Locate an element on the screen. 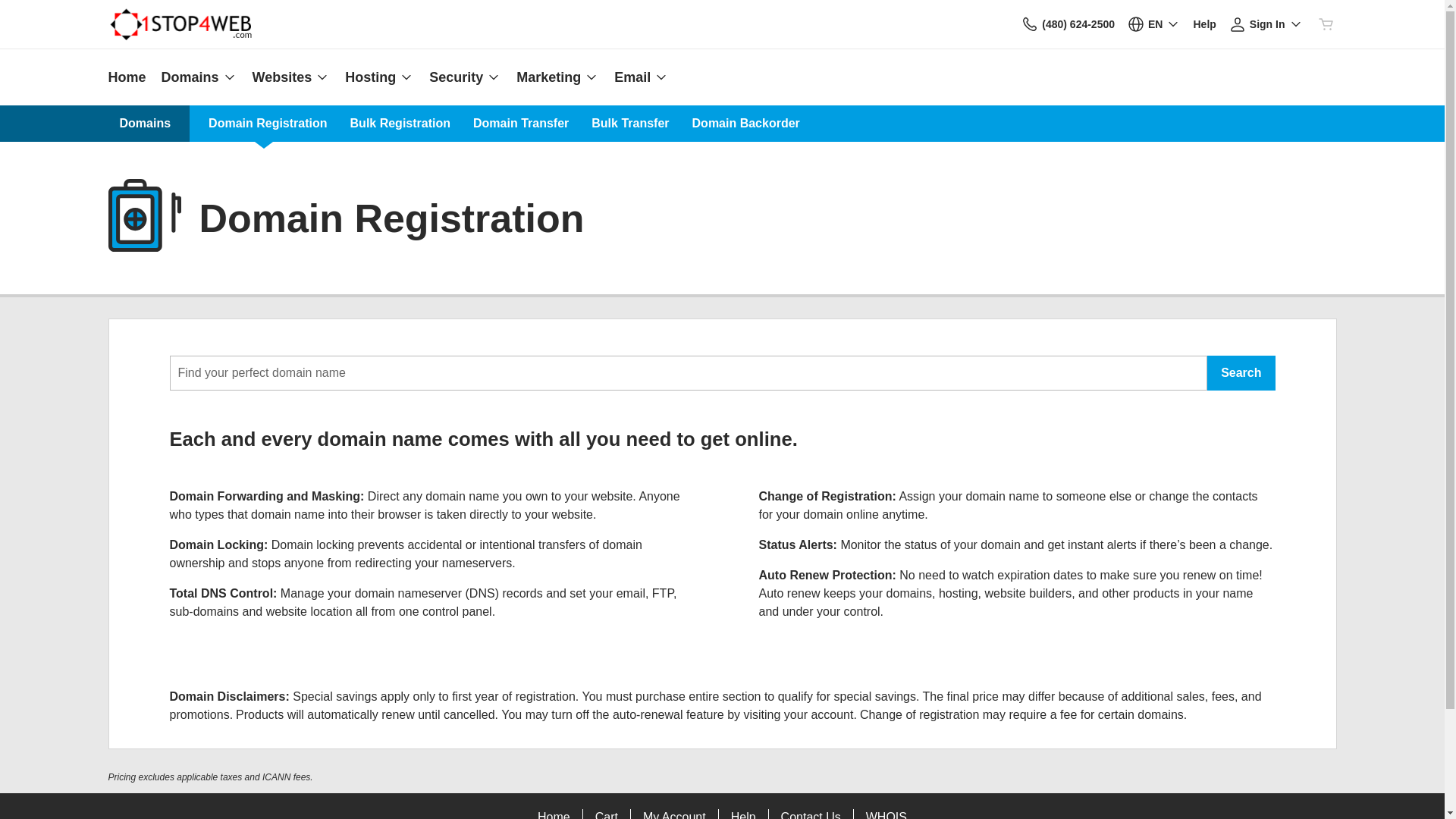 The image size is (1456, 819). 'Websites' is located at coordinates (244, 77).